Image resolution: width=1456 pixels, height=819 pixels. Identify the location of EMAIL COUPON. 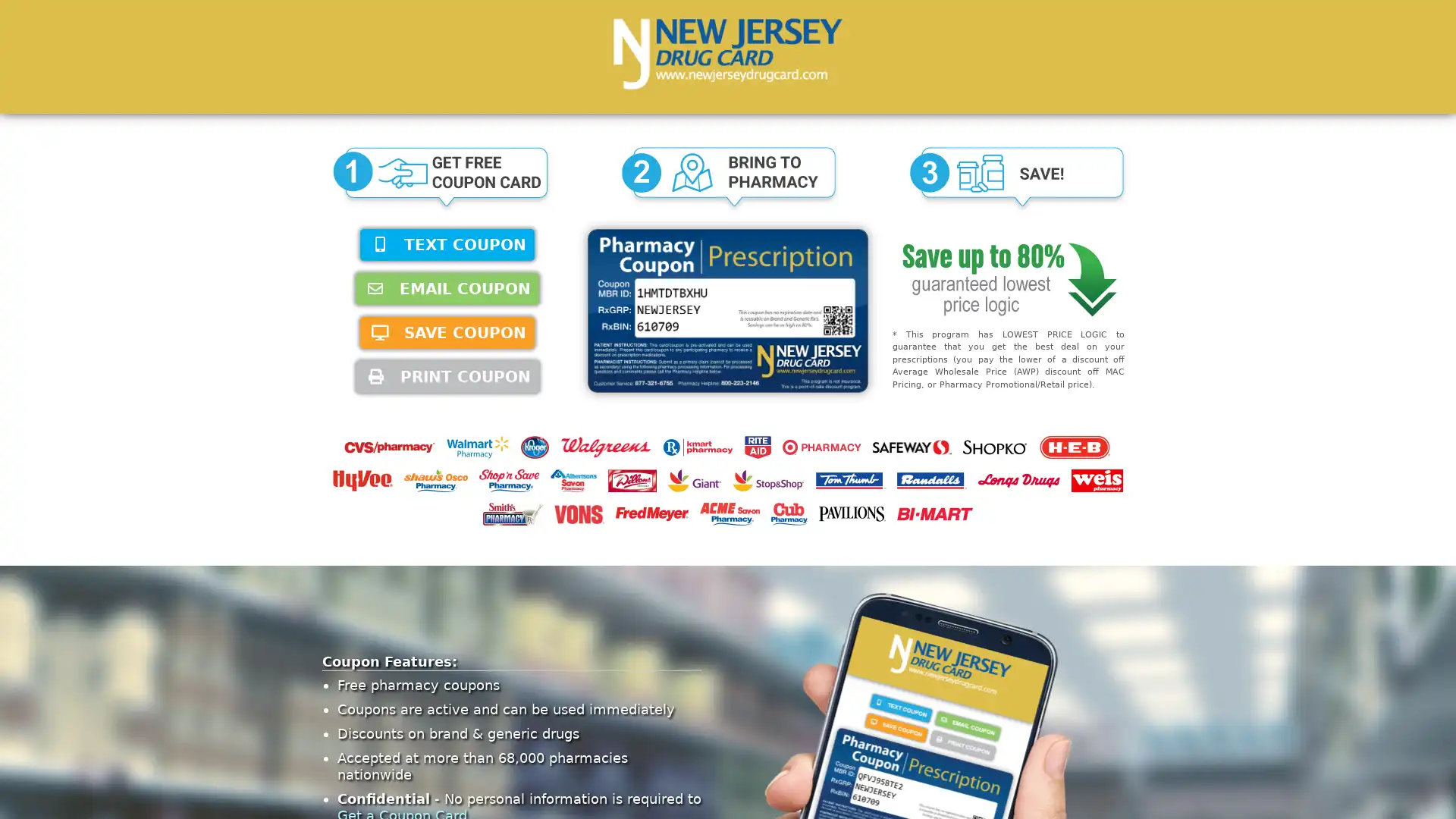
(447, 289).